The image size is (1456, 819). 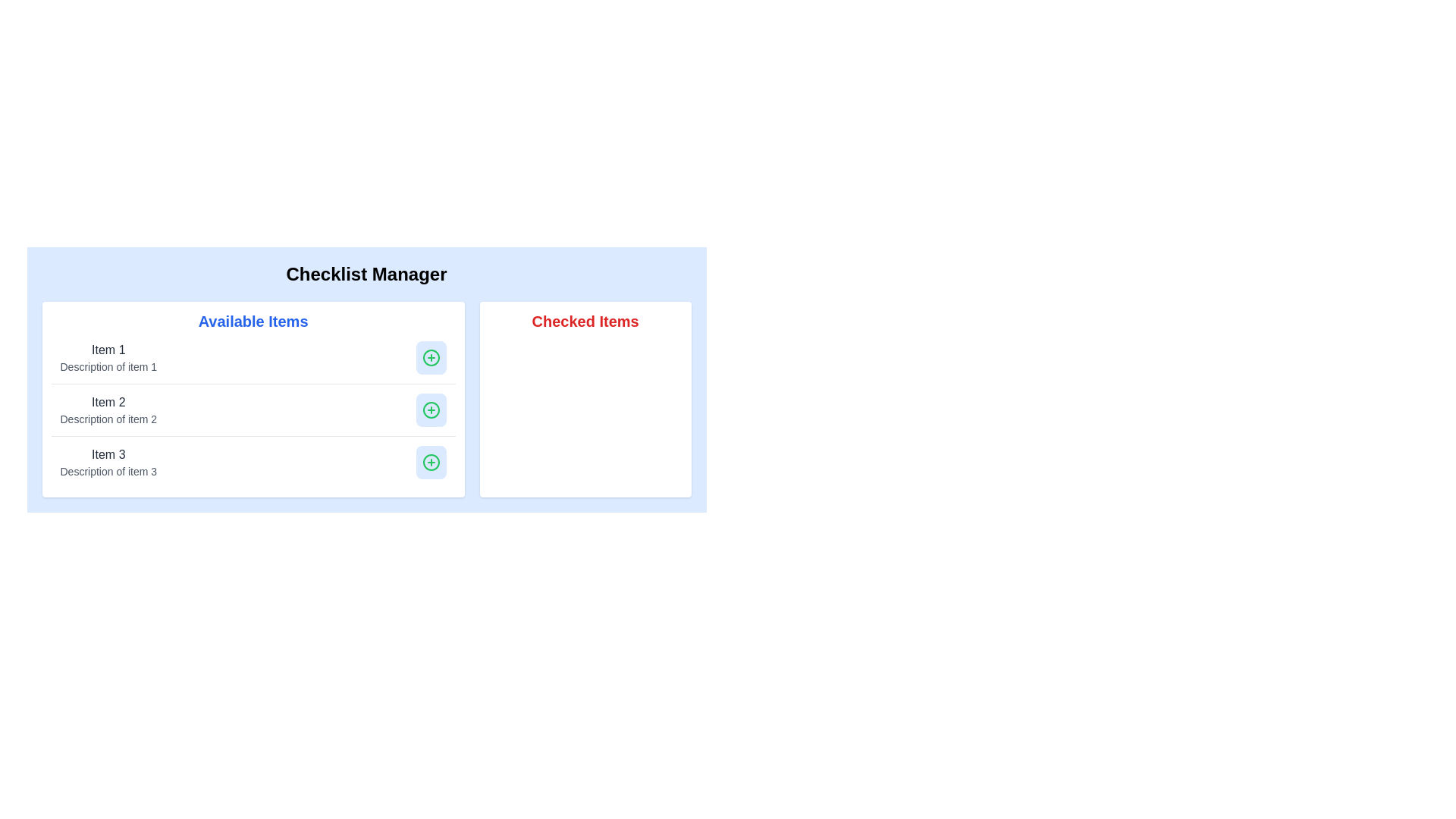 What do you see at coordinates (108, 419) in the screenshot?
I see `the static text label that reads 'Description of item 2', which is located beneath the item title 'Item 2' in the second row of the 'Available Items' list` at bounding box center [108, 419].